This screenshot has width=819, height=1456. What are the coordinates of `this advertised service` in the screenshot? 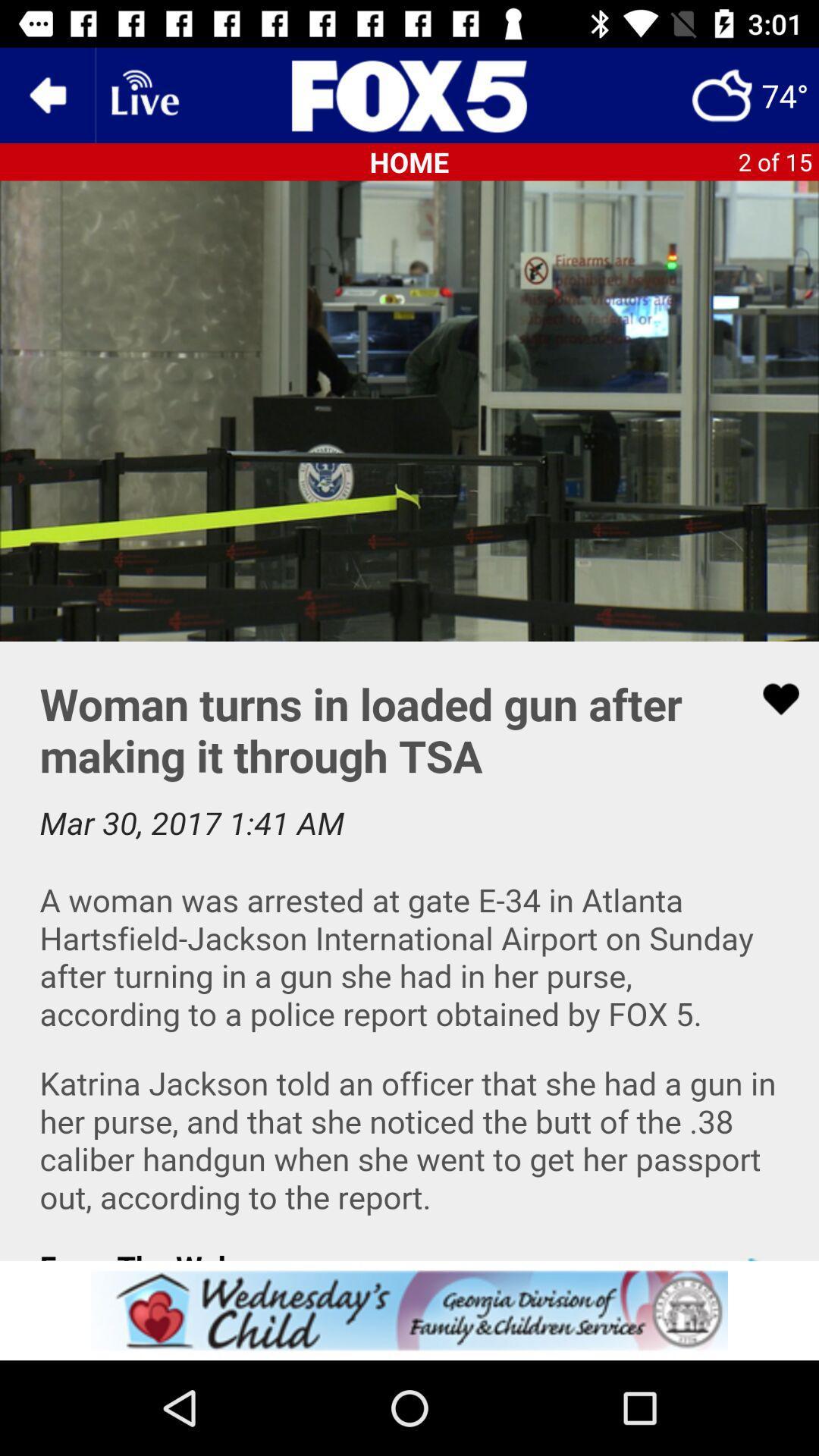 It's located at (409, 1310).